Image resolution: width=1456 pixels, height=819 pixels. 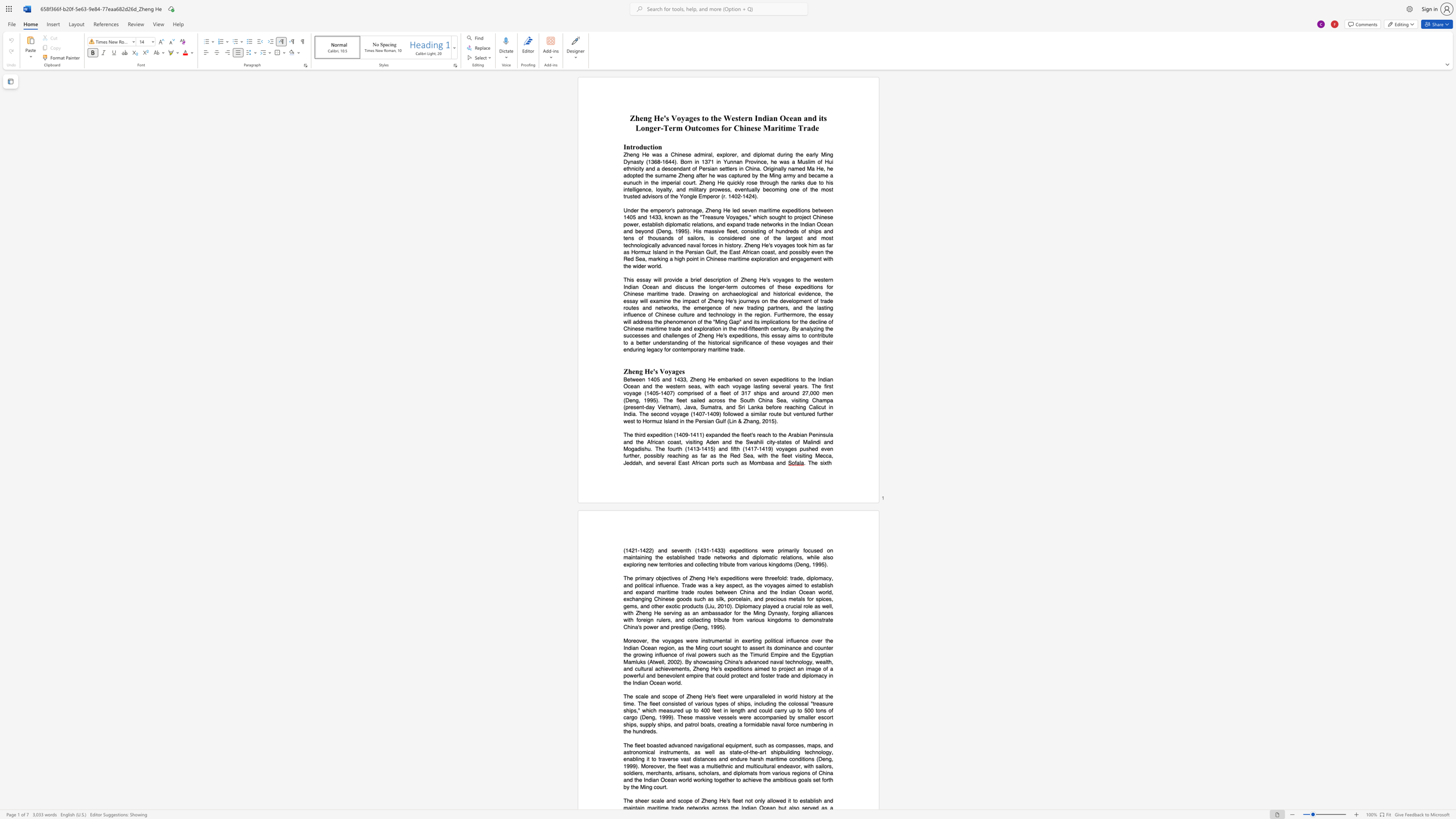 What do you see at coordinates (746, 420) in the screenshot?
I see `the space between the continuous character "Z" and "h" in the text` at bounding box center [746, 420].